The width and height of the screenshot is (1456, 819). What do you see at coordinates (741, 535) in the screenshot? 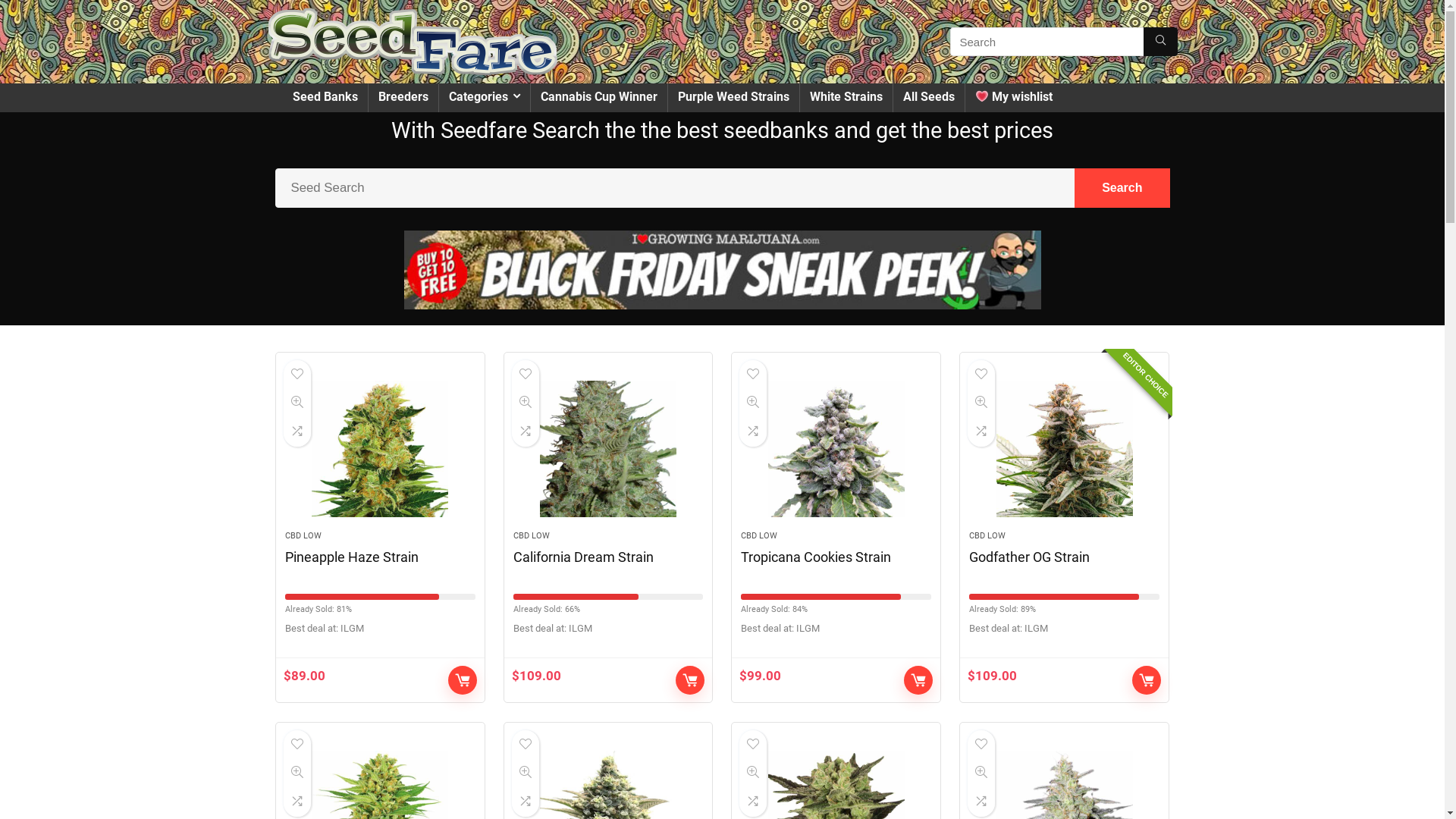
I see `'CBD LOW'` at bounding box center [741, 535].